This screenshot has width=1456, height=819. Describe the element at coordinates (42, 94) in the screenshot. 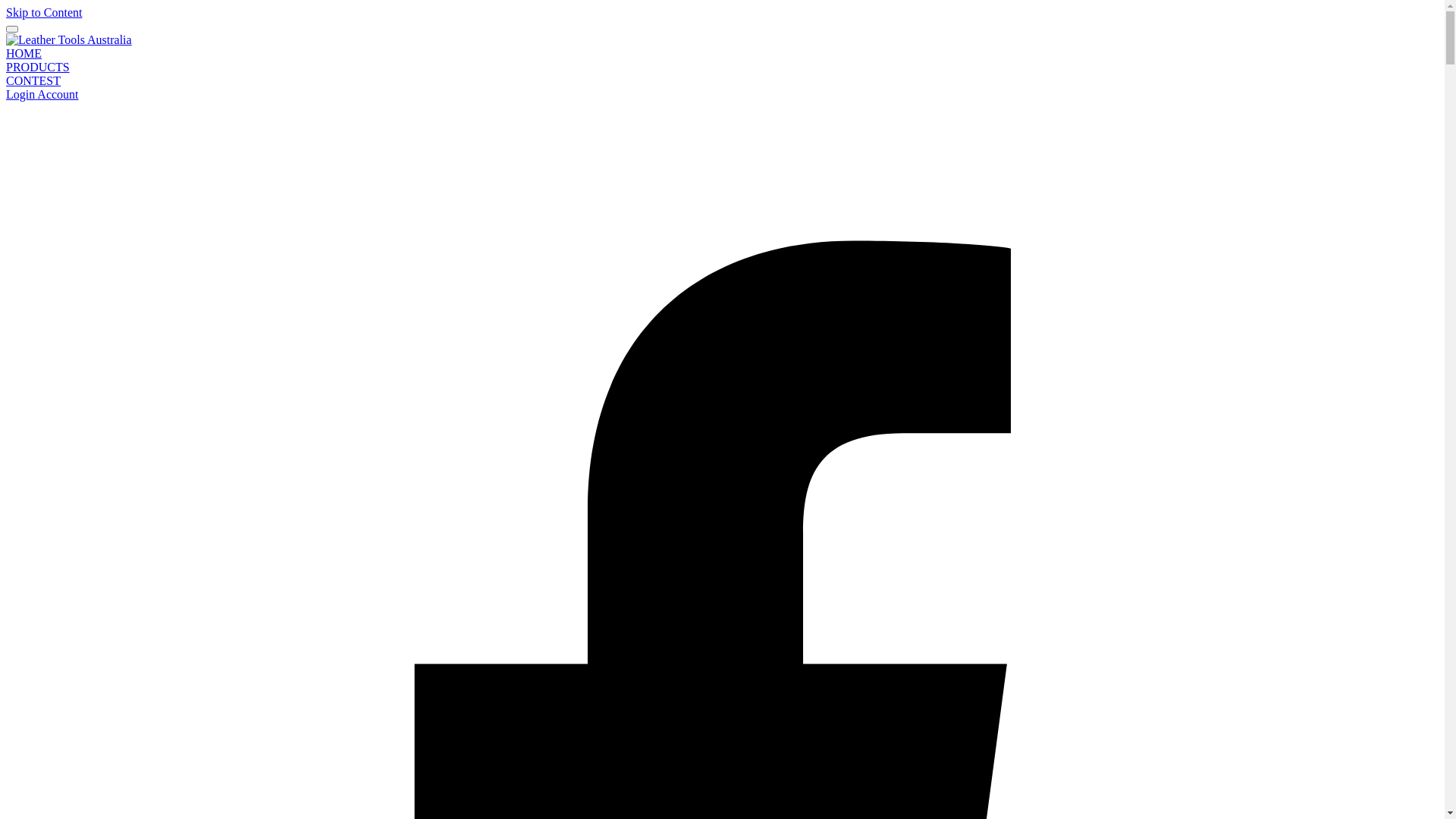

I see `'Login Account'` at that location.